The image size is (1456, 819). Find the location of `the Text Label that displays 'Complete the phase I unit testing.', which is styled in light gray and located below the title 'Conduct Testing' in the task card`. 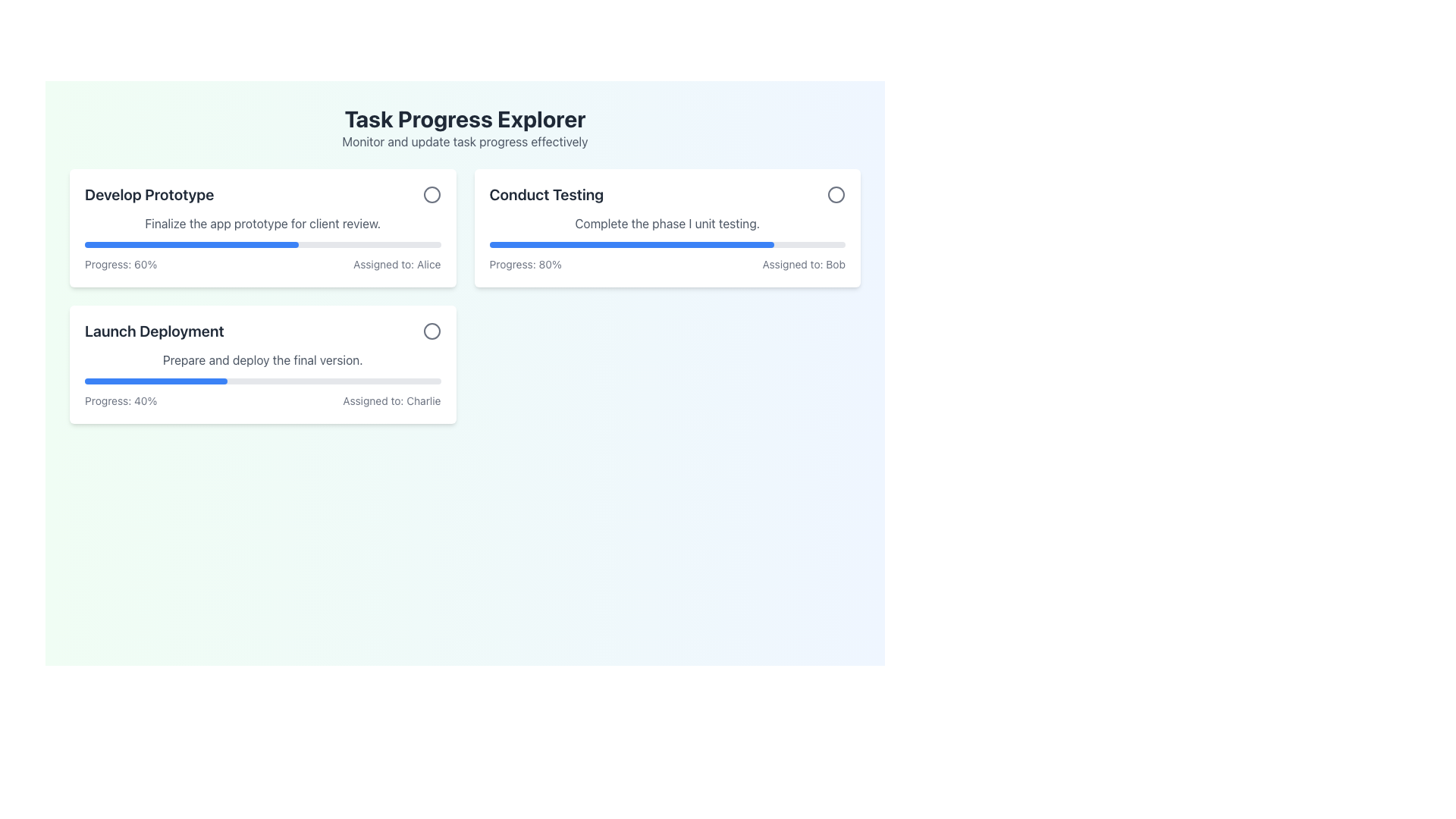

the Text Label that displays 'Complete the phase I unit testing.', which is styled in light gray and located below the title 'Conduct Testing' in the task card is located at coordinates (667, 223).